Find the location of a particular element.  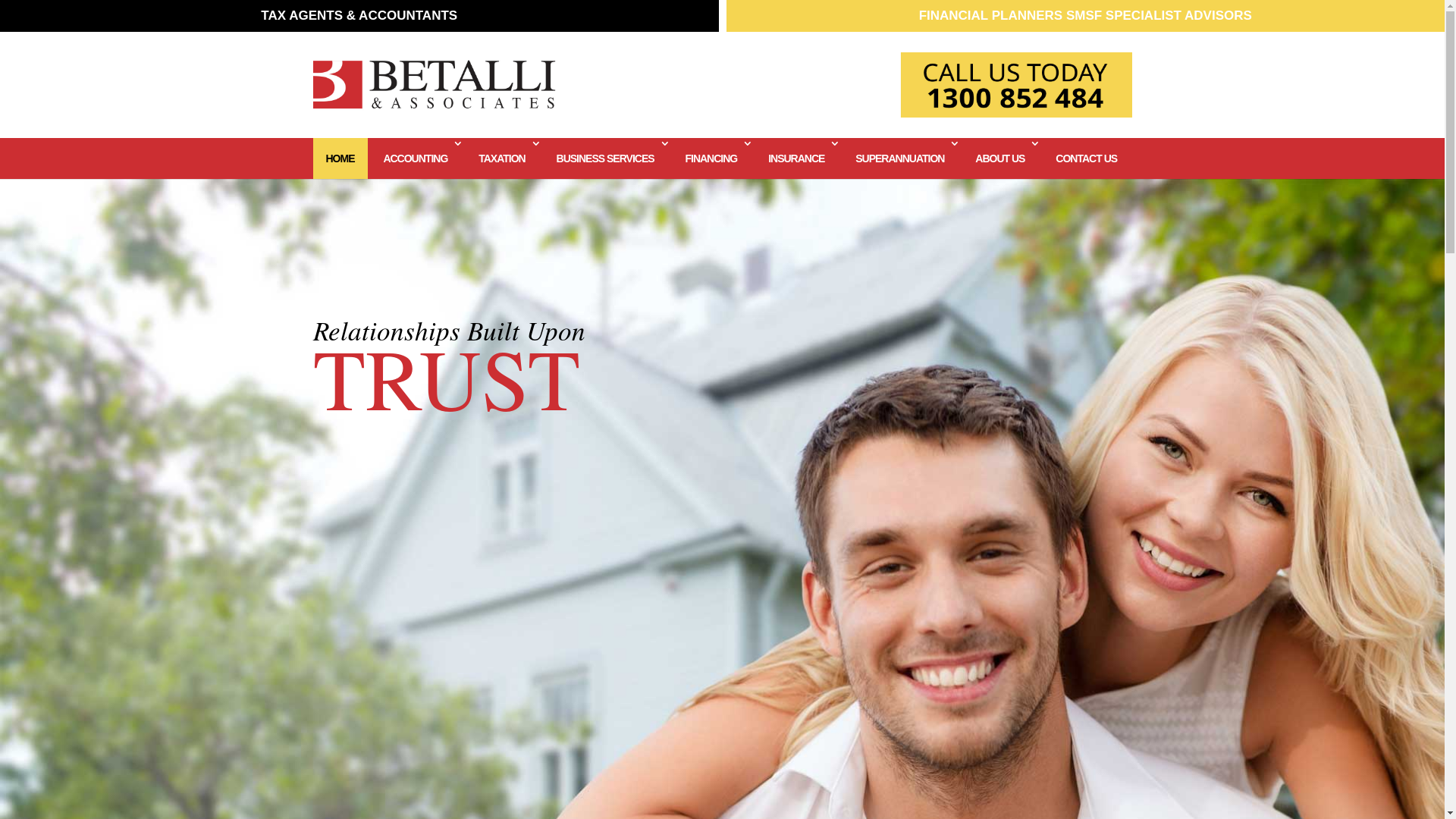

'ABOUT US' is located at coordinates (961, 158).